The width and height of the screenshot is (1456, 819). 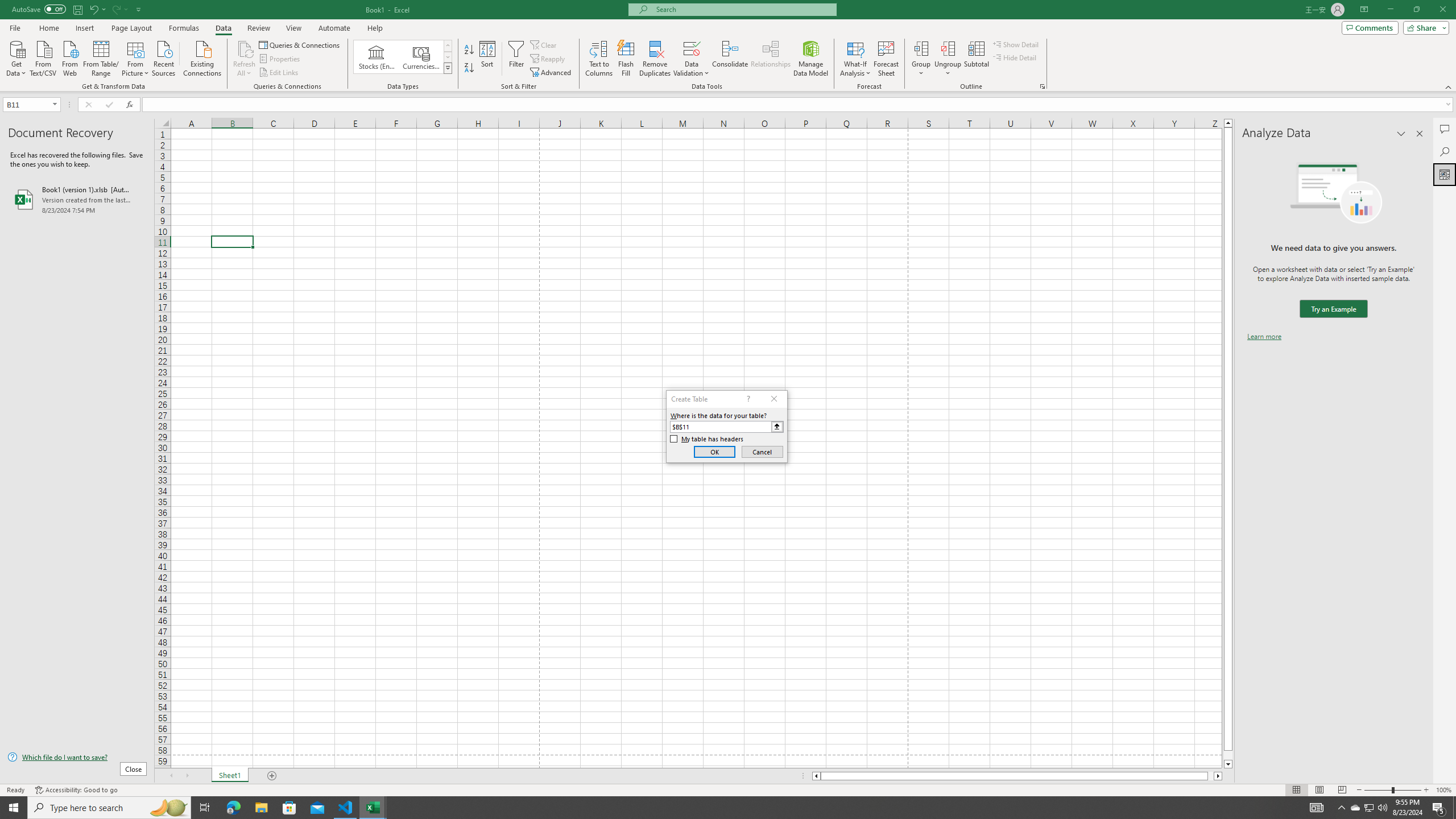 I want to click on 'Insert', so click(x=84, y=28).